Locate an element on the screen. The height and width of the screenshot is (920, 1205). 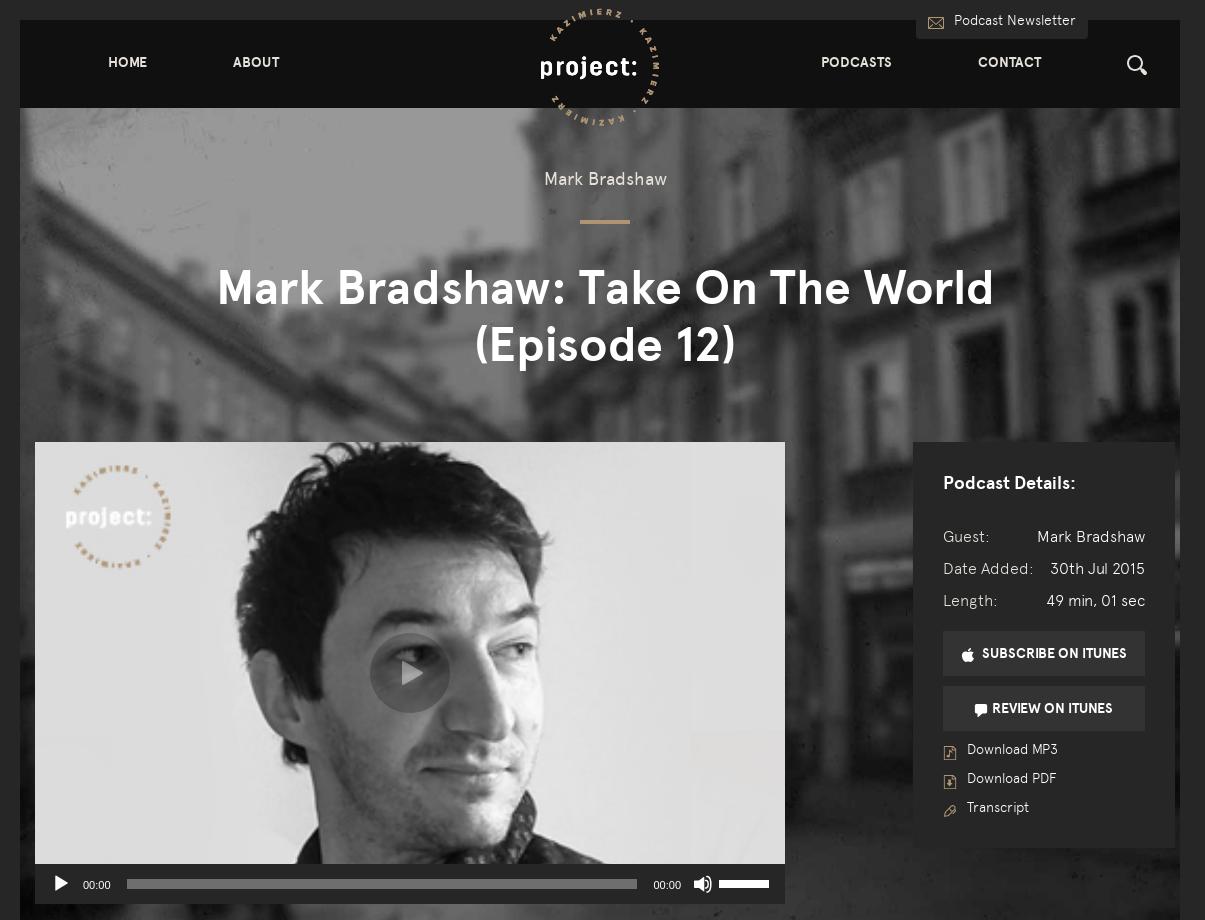
'Download PDF' is located at coordinates (1008, 778).